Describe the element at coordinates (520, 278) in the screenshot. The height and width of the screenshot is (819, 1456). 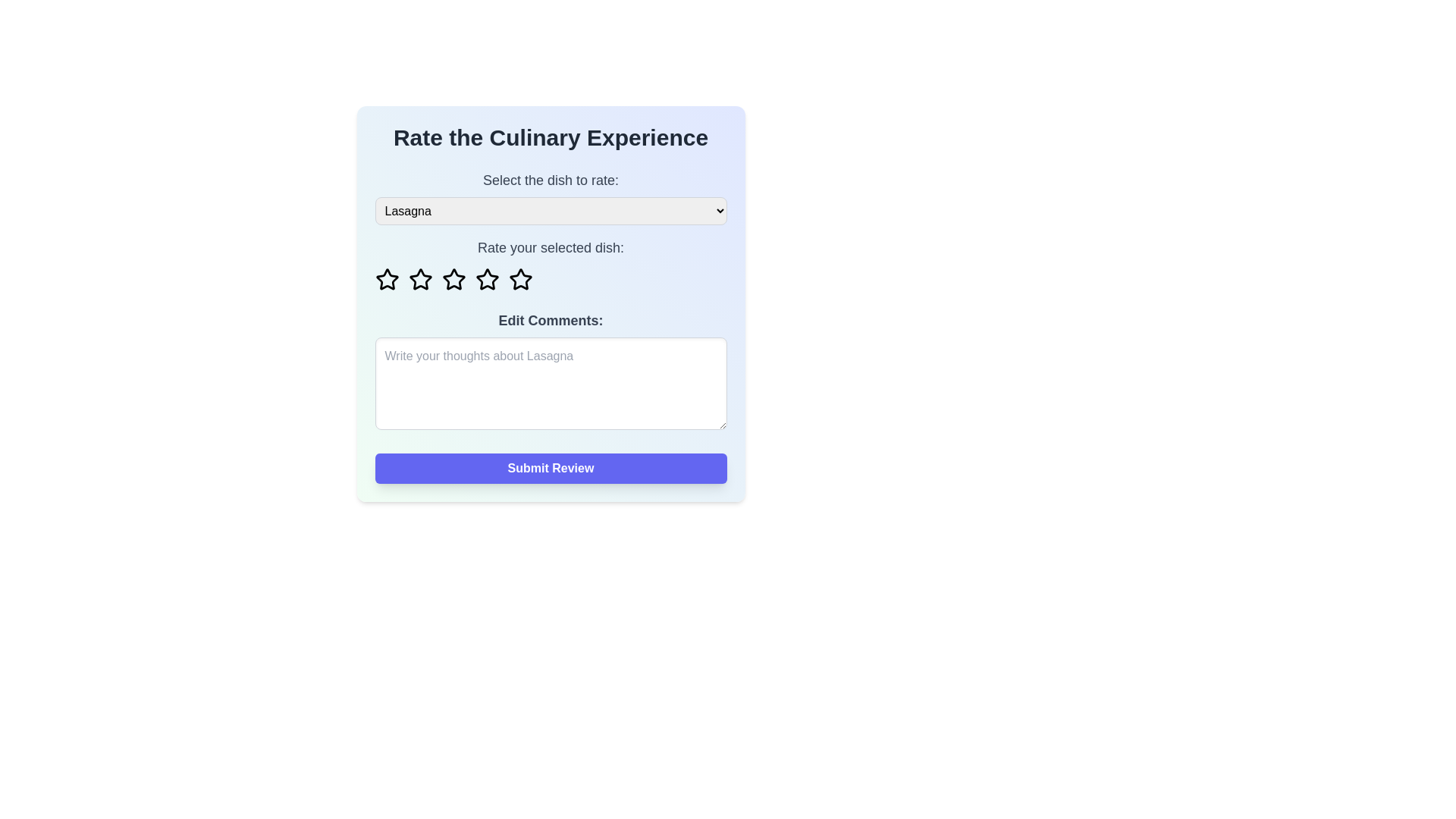
I see `the fourth star icon in the 'Rate your selected dish' section` at that location.